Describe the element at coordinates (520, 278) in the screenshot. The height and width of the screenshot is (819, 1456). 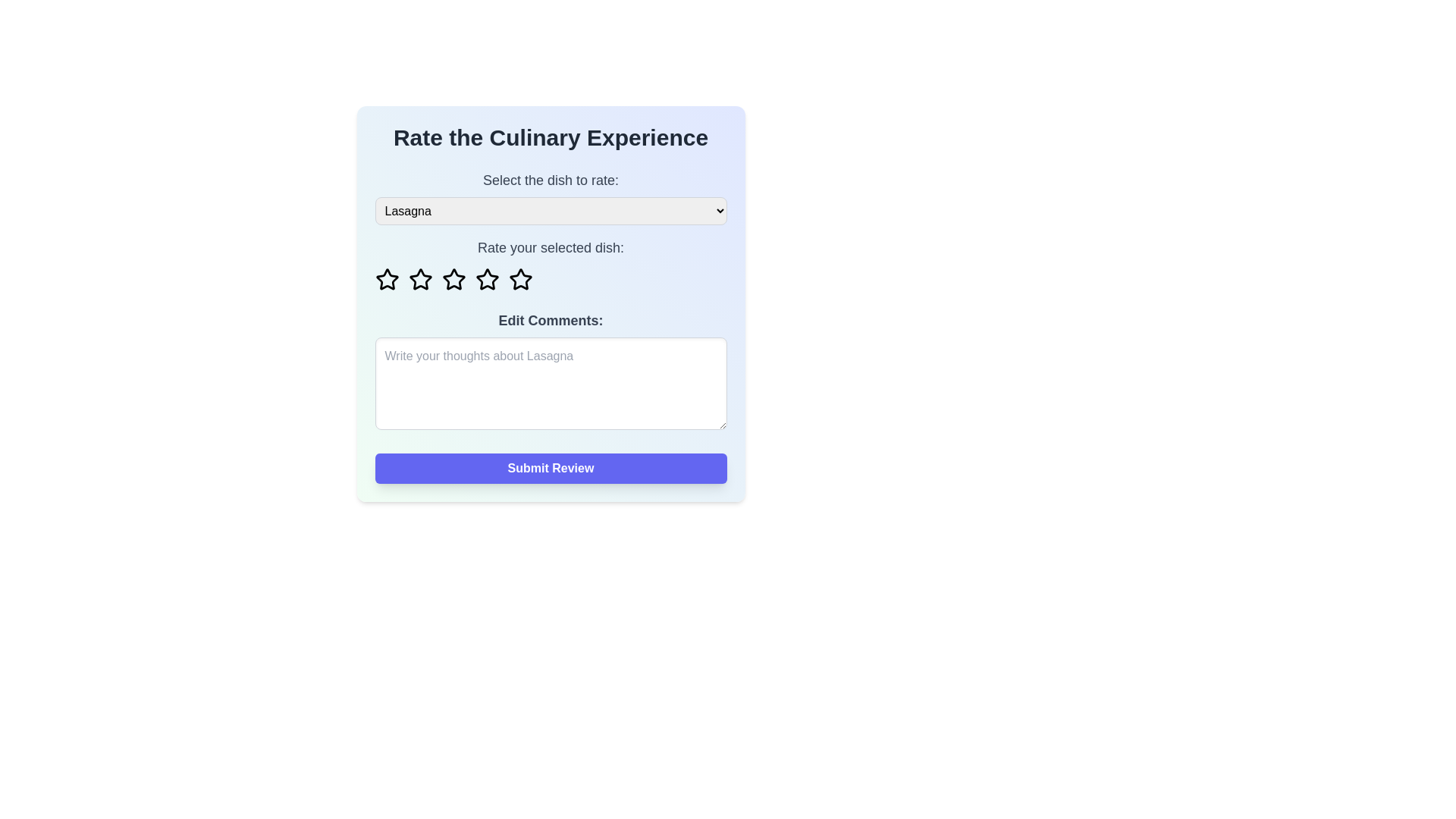
I see `the fourth star icon in the 'Rate your selected dish' section` at that location.